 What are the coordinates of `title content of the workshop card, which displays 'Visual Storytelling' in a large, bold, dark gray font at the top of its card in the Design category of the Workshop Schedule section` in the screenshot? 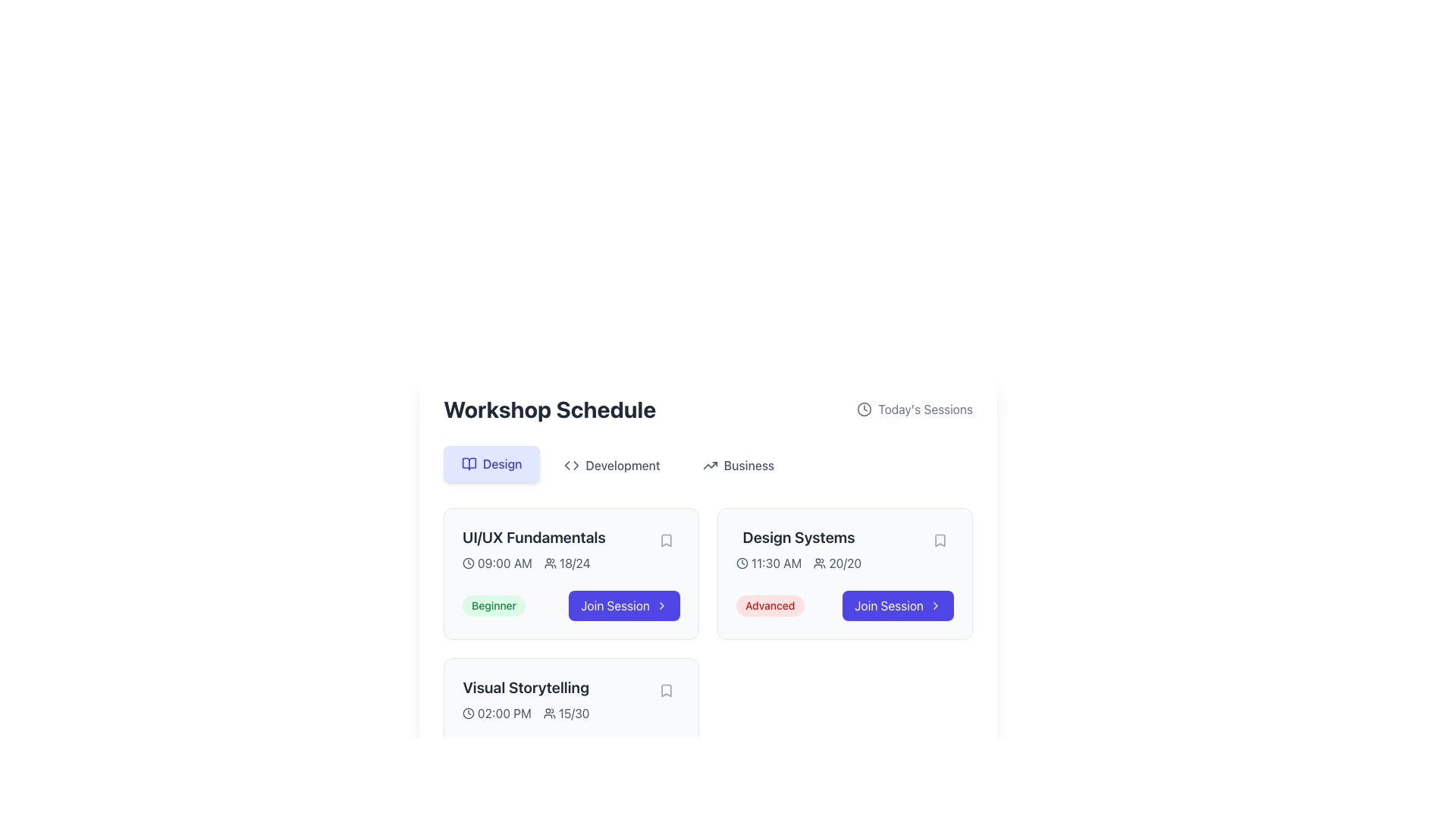 It's located at (526, 687).